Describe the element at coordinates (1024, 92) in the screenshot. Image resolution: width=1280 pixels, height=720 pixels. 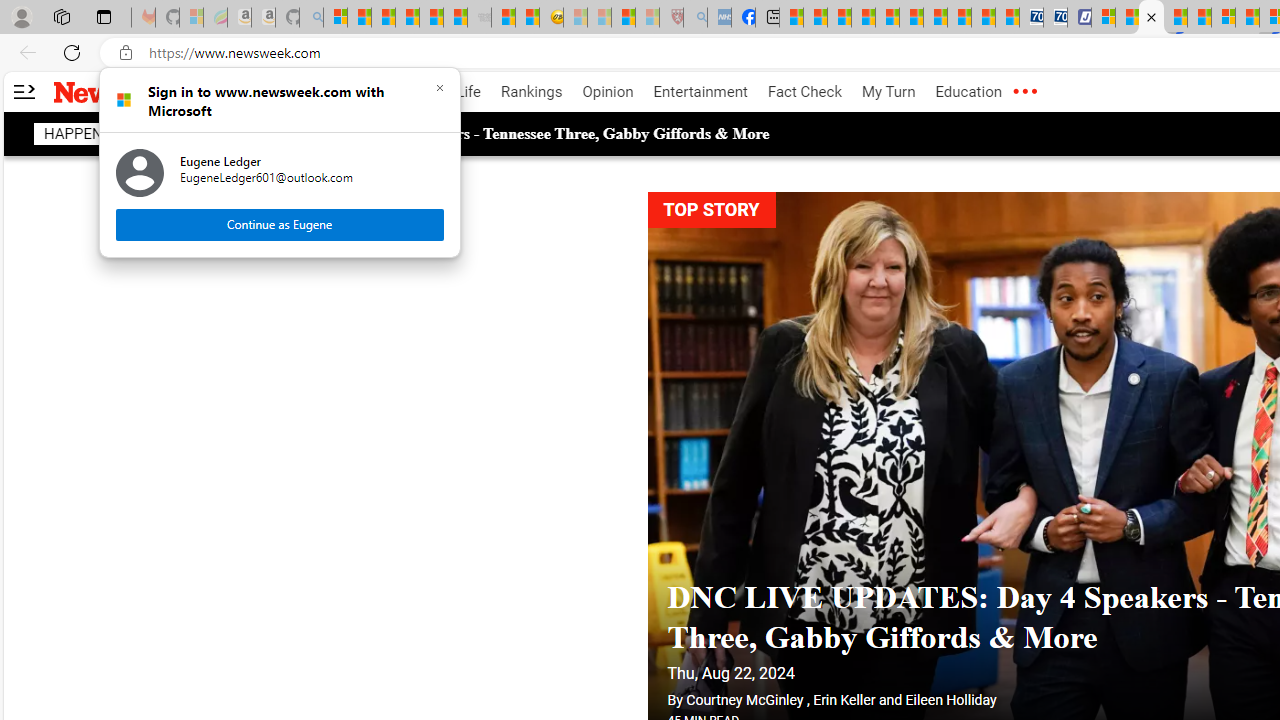
I see `'AutomationID: moreOptions'` at that location.